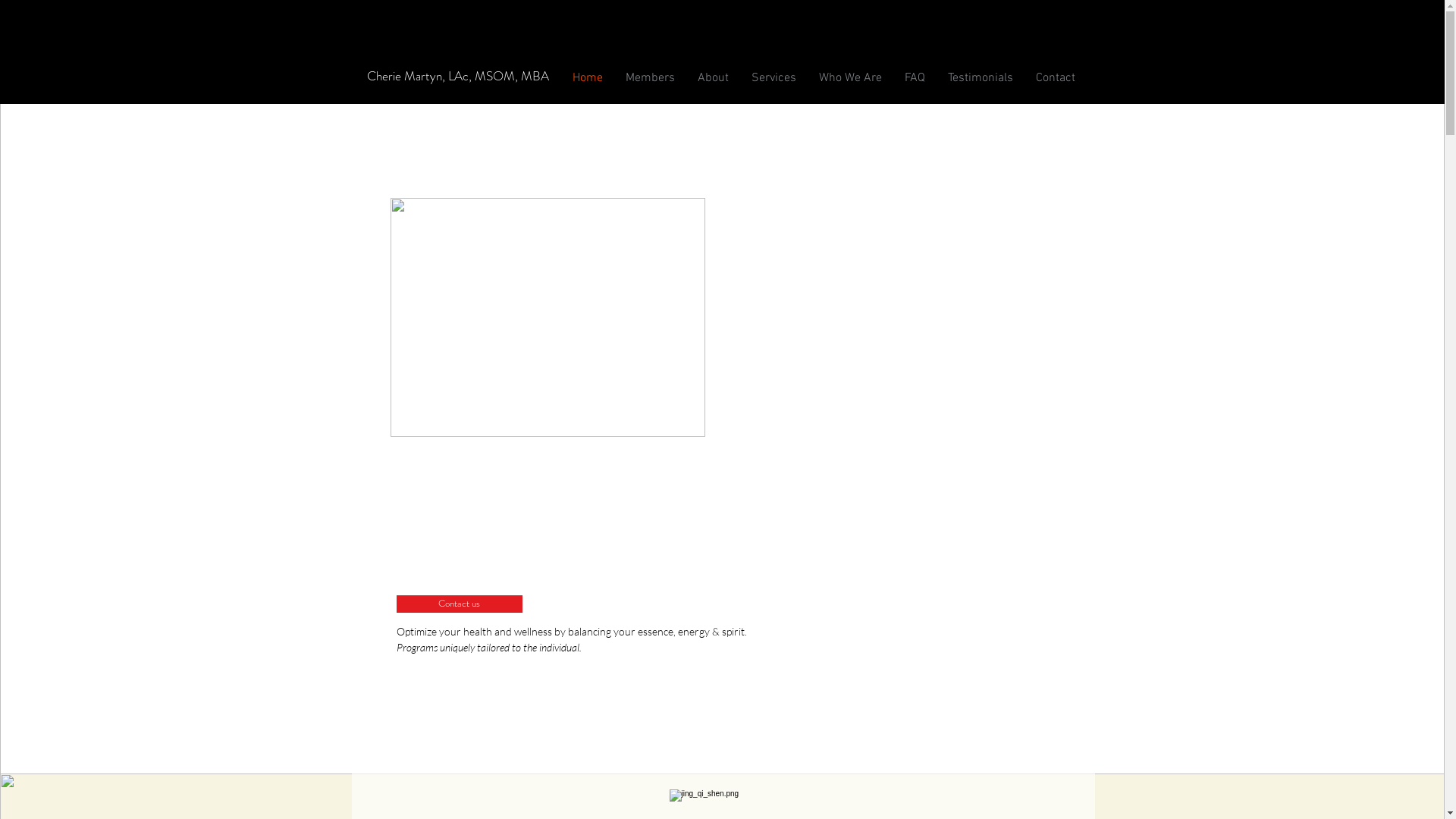 The width and height of the screenshot is (1456, 819). What do you see at coordinates (586, 78) in the screenshot?
I see `'Home'` at bounding box center [586, 78].